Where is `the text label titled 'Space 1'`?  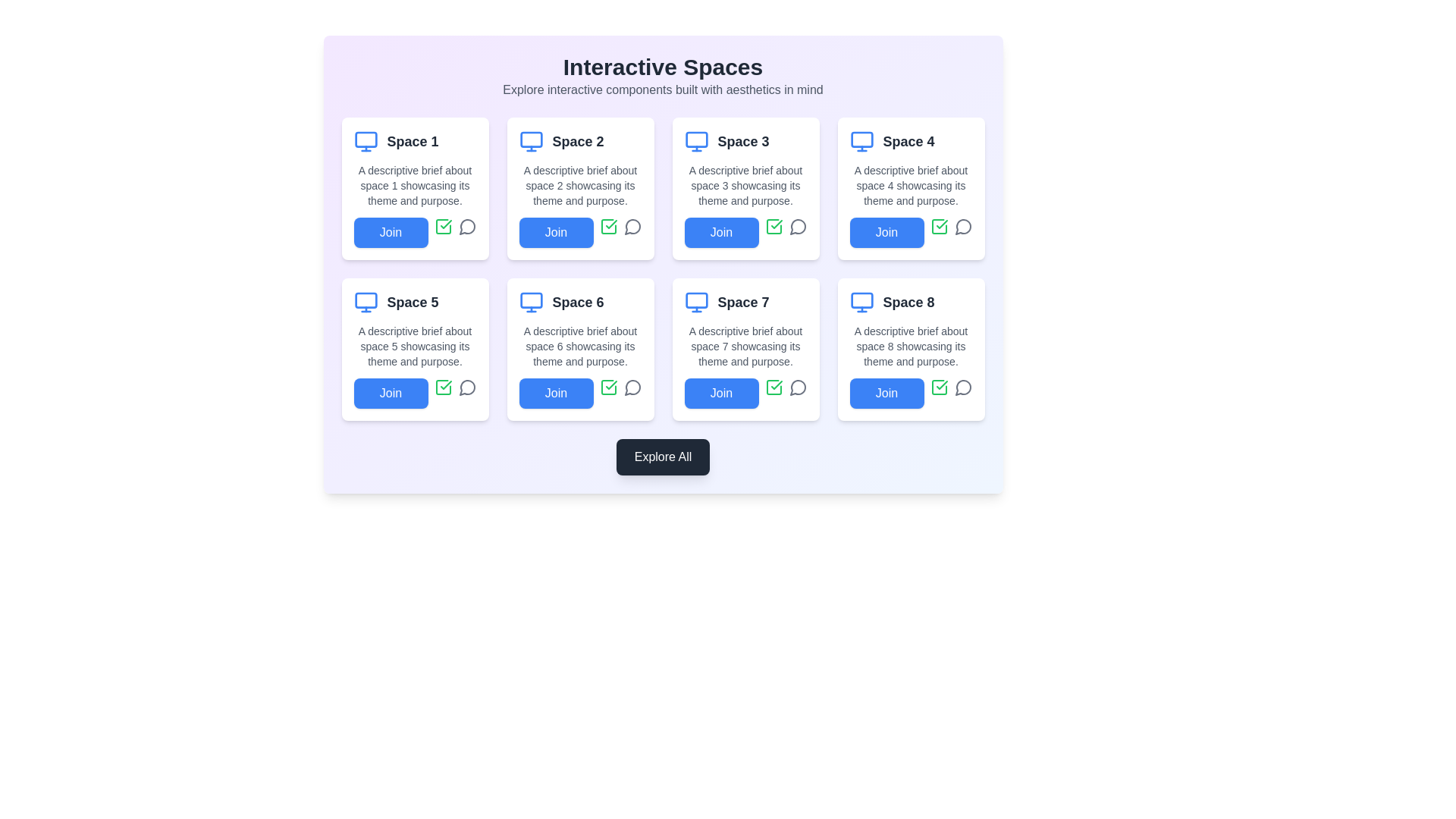
the text label titled 'Space 1' is located at coordinates (413, 141).